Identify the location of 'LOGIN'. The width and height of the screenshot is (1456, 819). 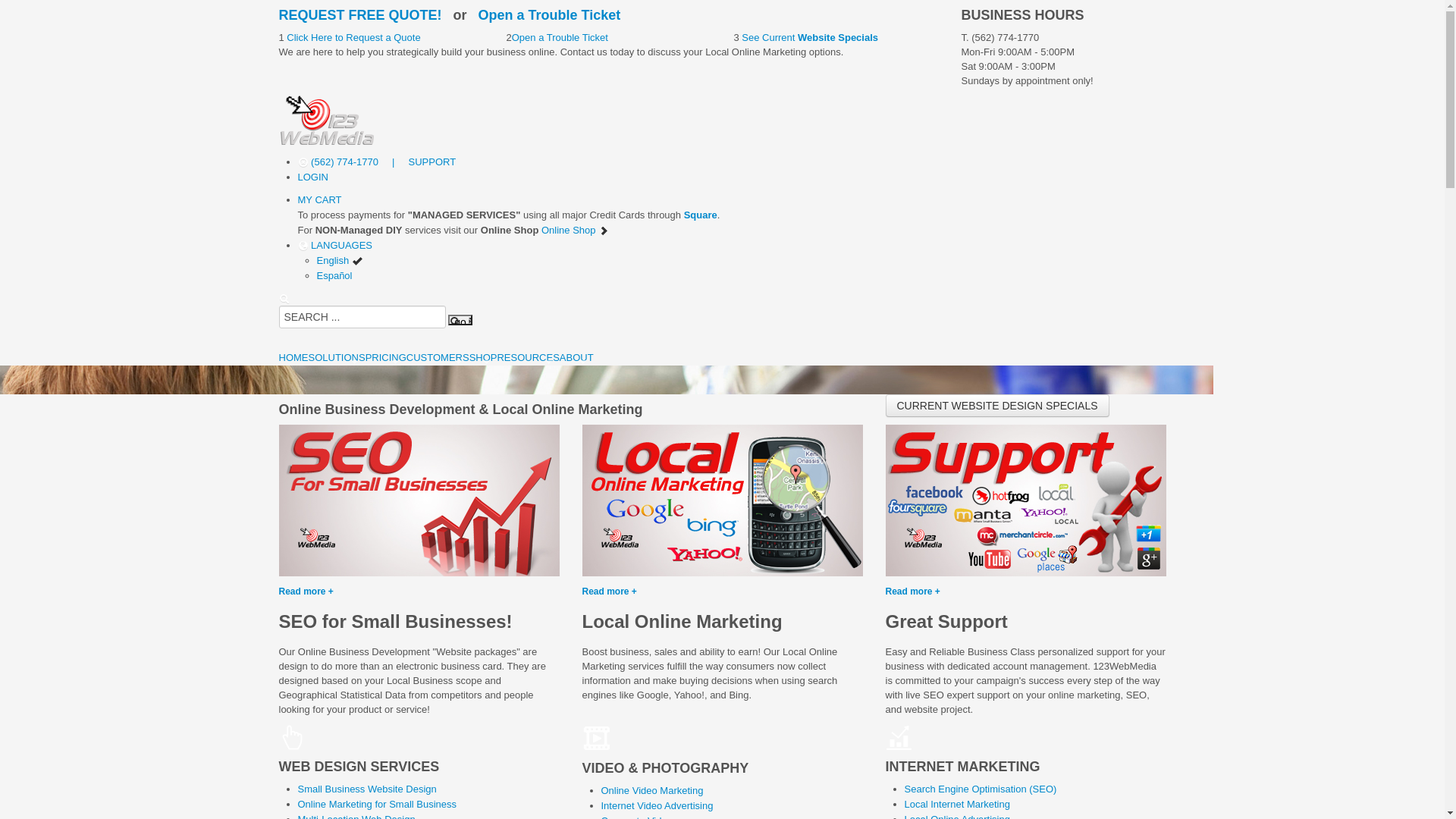
(312, 176).